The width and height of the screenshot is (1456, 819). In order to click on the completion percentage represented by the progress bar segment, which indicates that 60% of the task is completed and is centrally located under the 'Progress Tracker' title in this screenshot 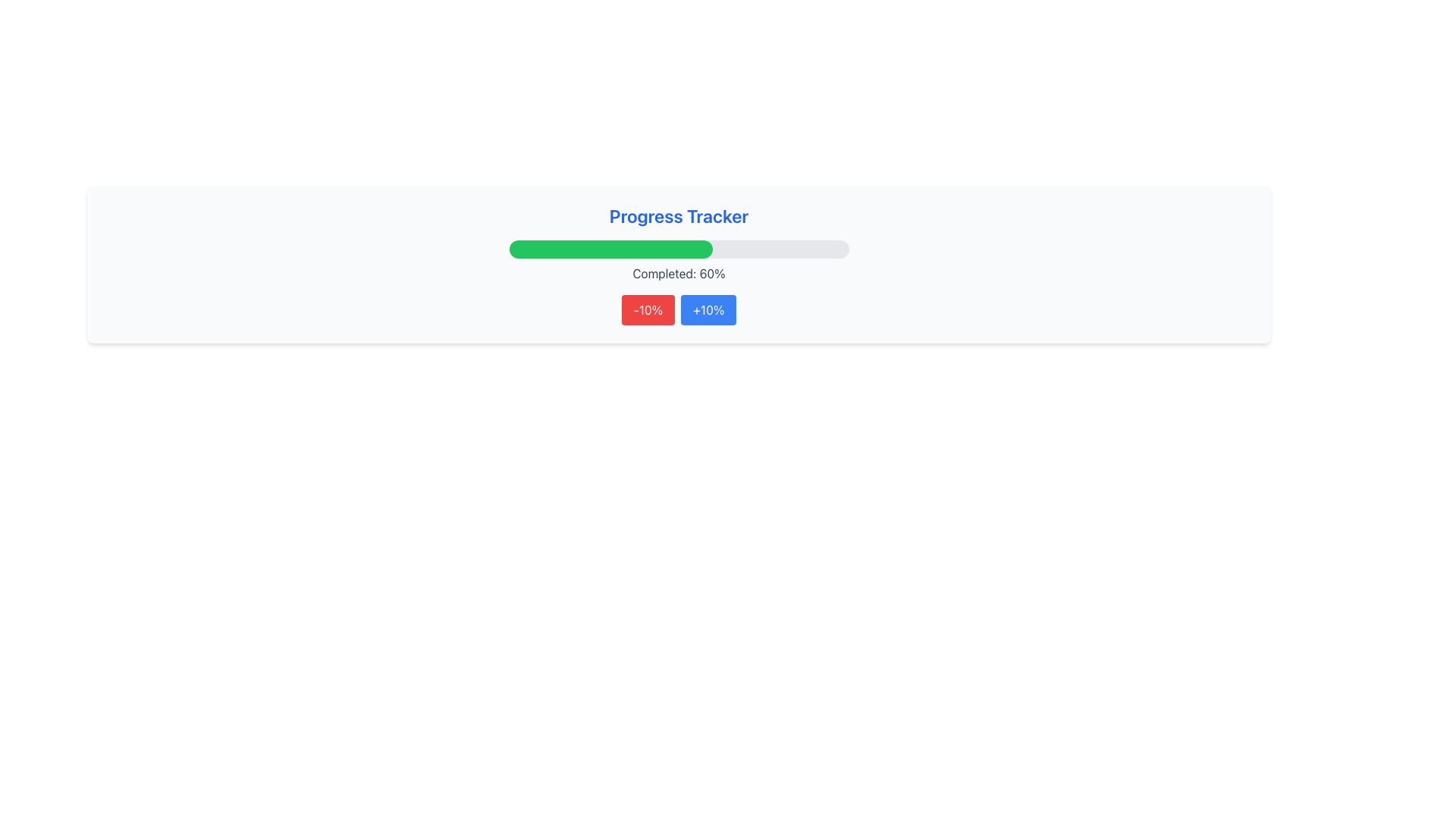, I will do `click(610, 248)`.